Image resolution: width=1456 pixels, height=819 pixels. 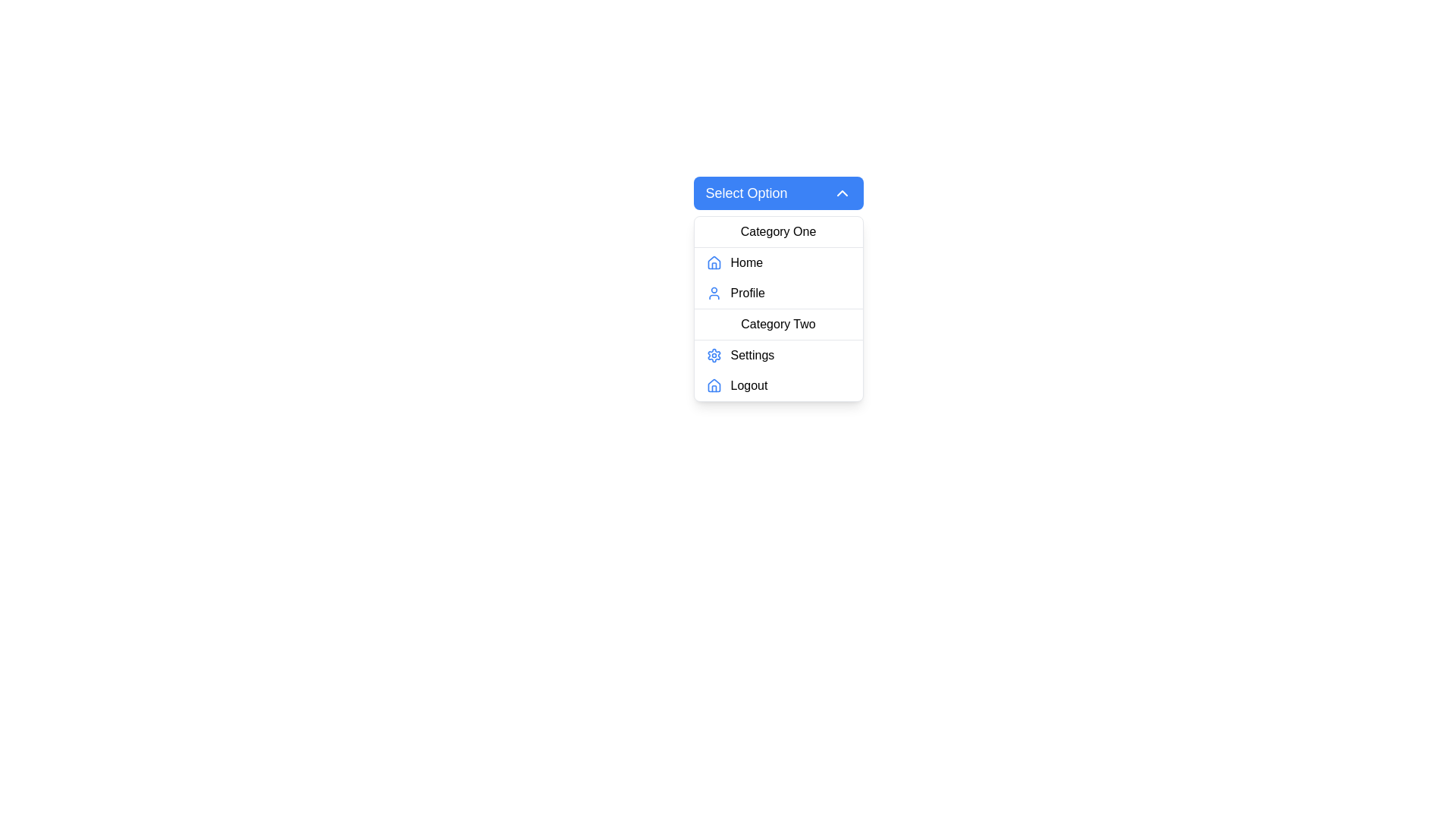 What do you see at coordinates (778, 192) in the screenshot?
I see `the dropdown toggle button labeled 'Select Option' with a blue background and white text` at bounding box center [778, 192].